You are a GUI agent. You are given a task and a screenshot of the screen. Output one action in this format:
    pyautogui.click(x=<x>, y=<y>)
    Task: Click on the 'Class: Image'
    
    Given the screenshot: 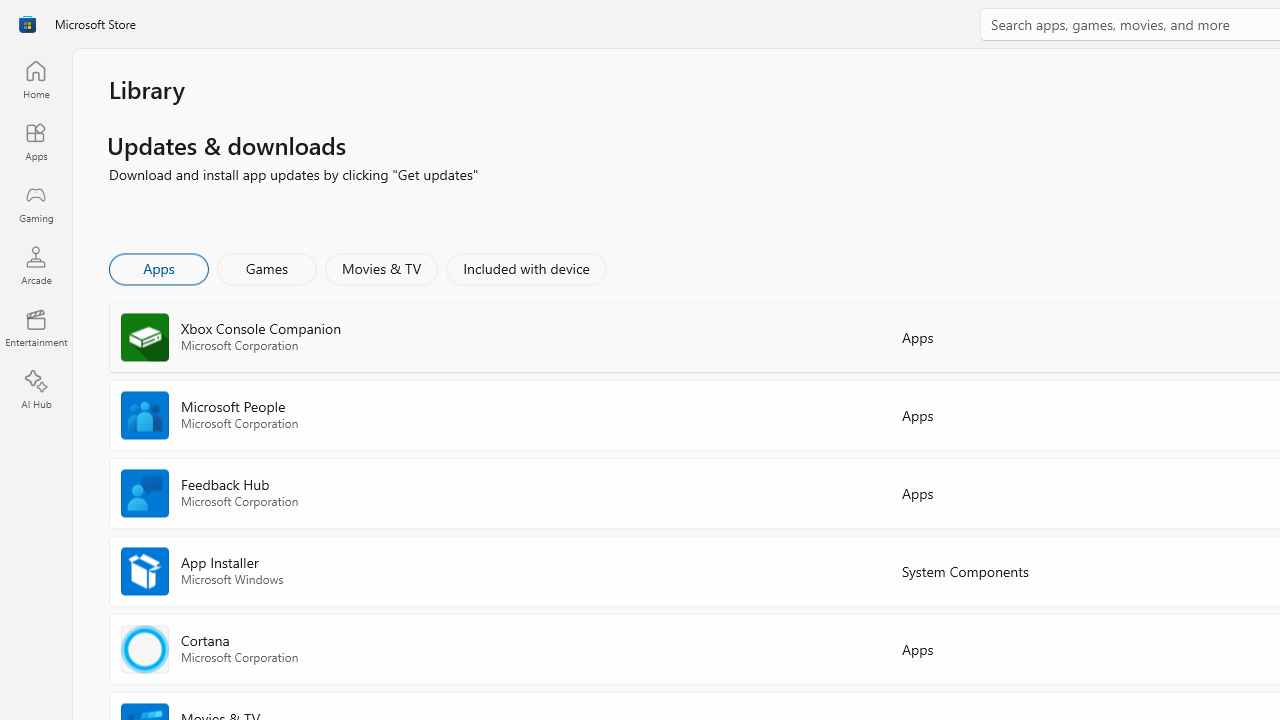 What is the action you would take?
    pyautogui.click(x=27, y=24)
    